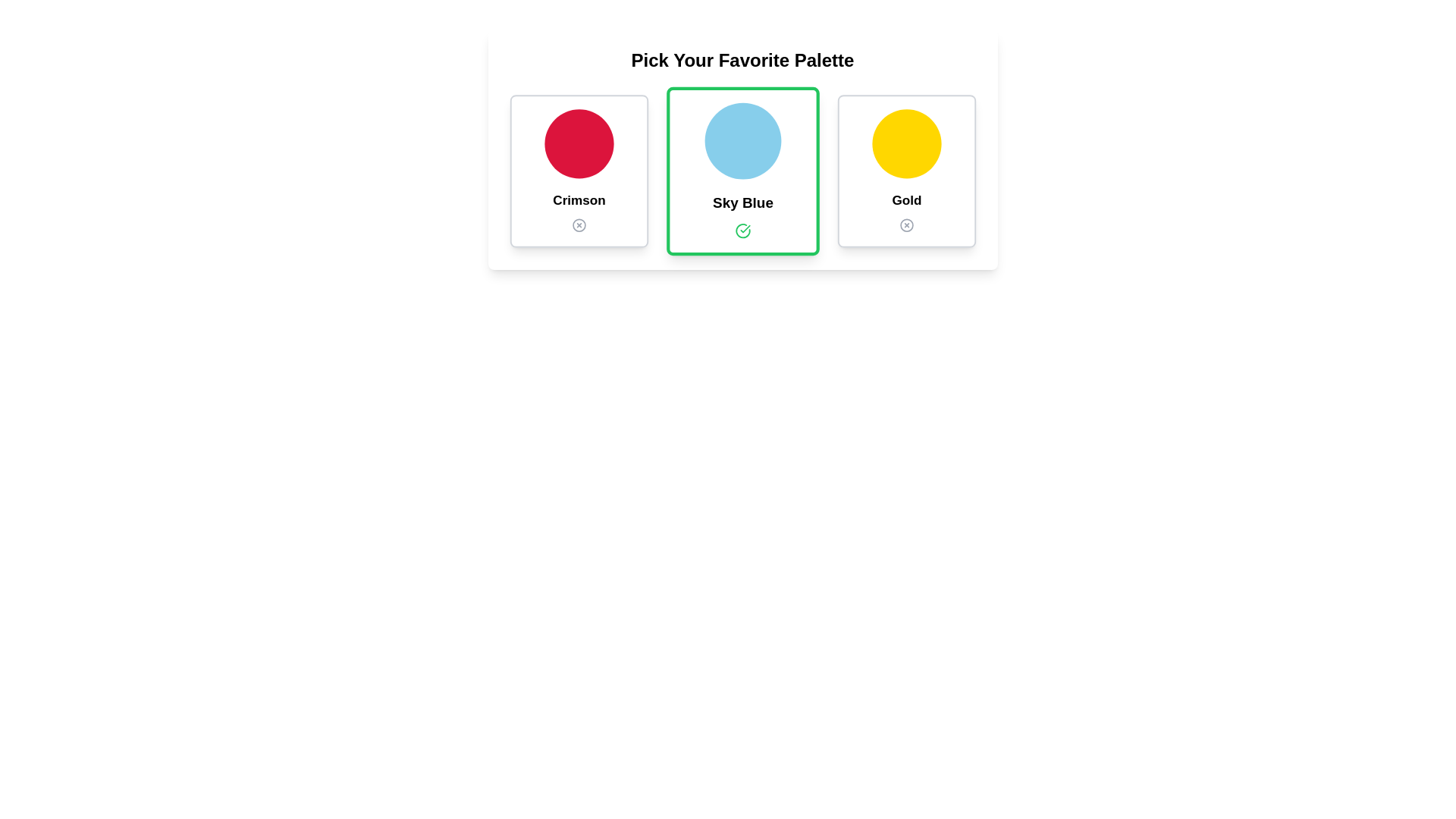 The width and height of the screenshot is (1456, 819). Describe the element at coordinates (742, 171) in the screenshot. I see `the palette Sky Blue` at that location.